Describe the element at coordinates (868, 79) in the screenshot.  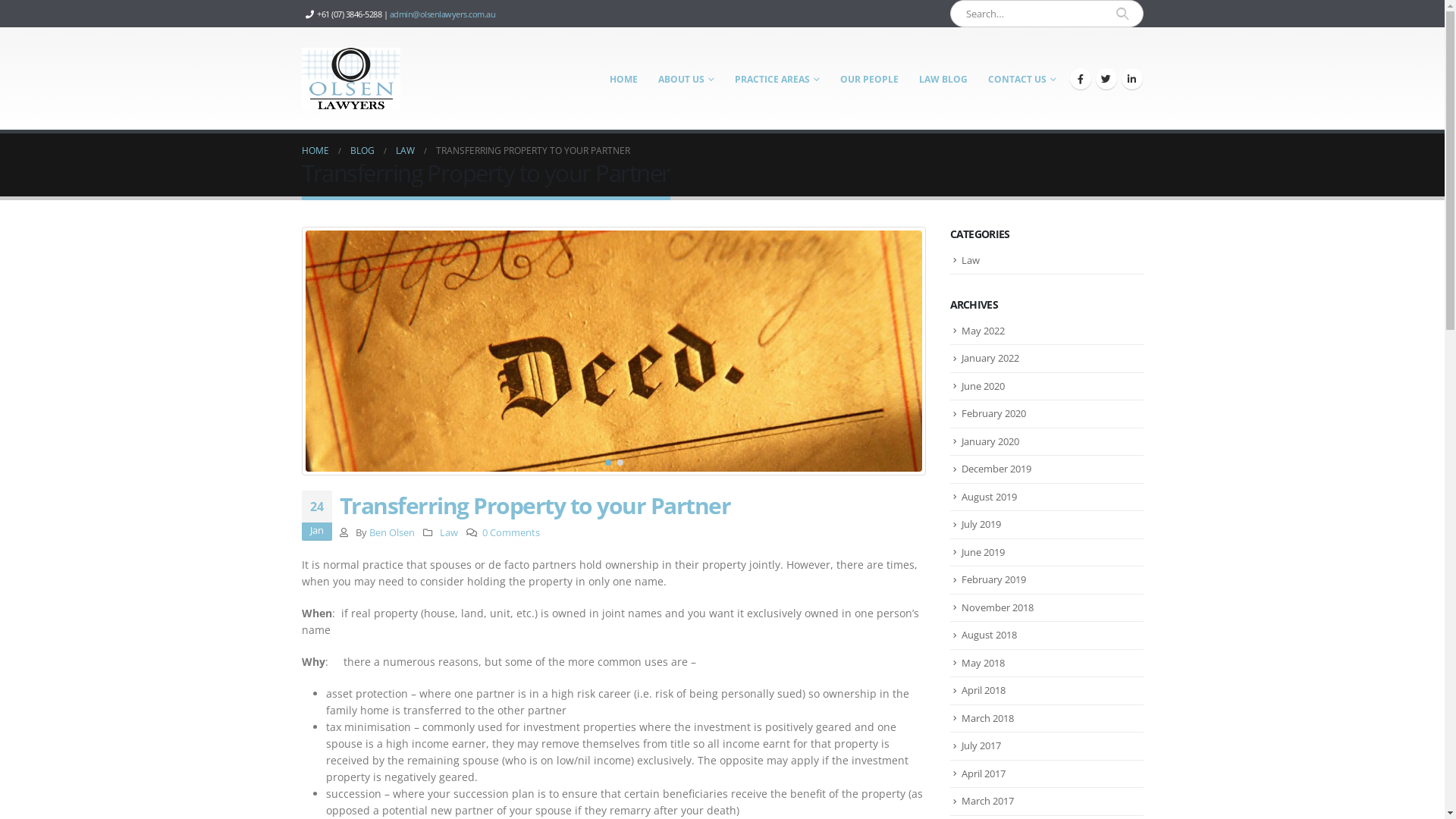
I see `'OUR PEOPLE'` at that location.